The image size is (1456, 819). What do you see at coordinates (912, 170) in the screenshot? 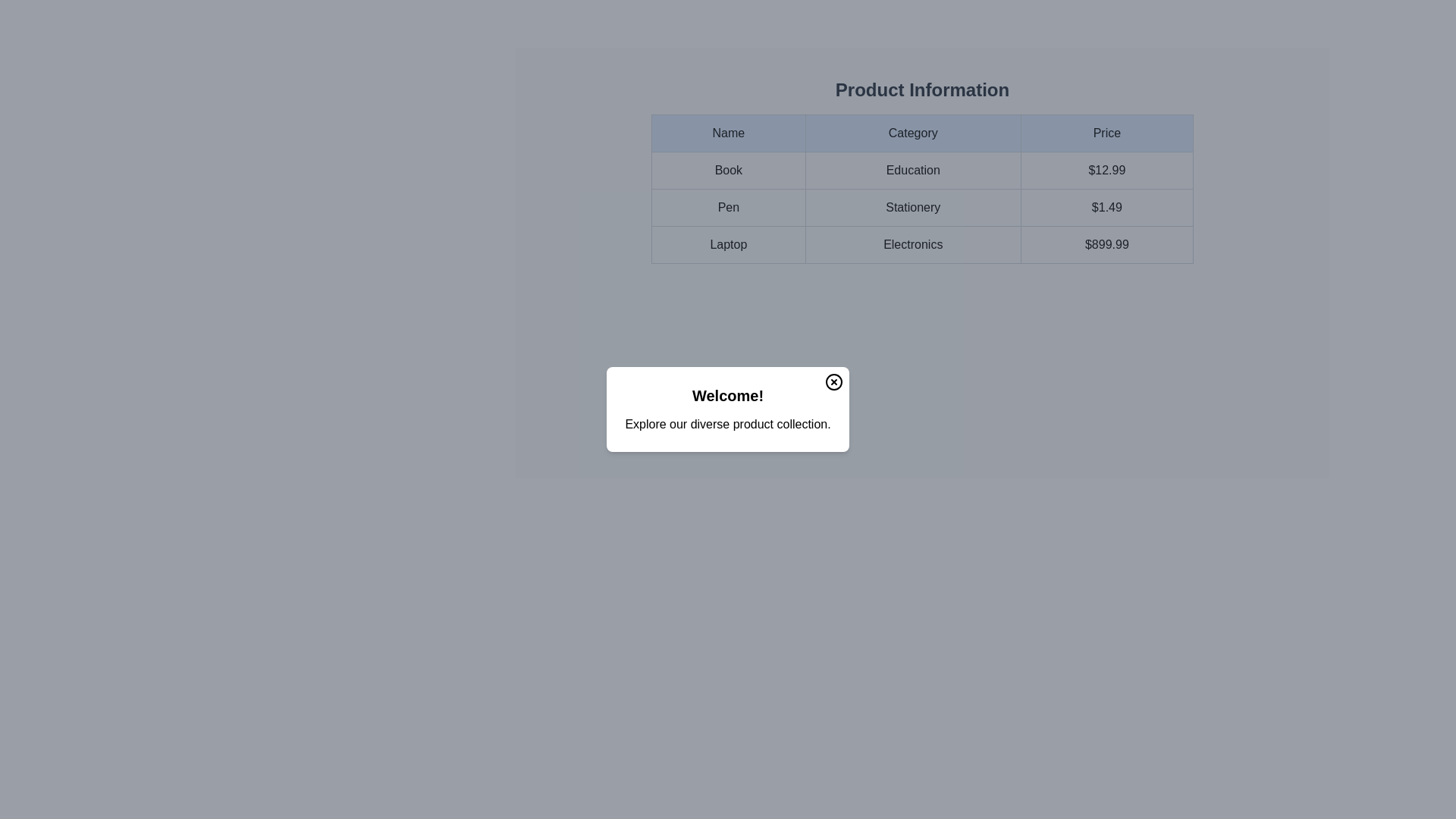
I see `the text label displaying 'Education', which is styled with center alignment and appears within a bordered rectangular cell in a table structure` at bounding box center [912, 170].